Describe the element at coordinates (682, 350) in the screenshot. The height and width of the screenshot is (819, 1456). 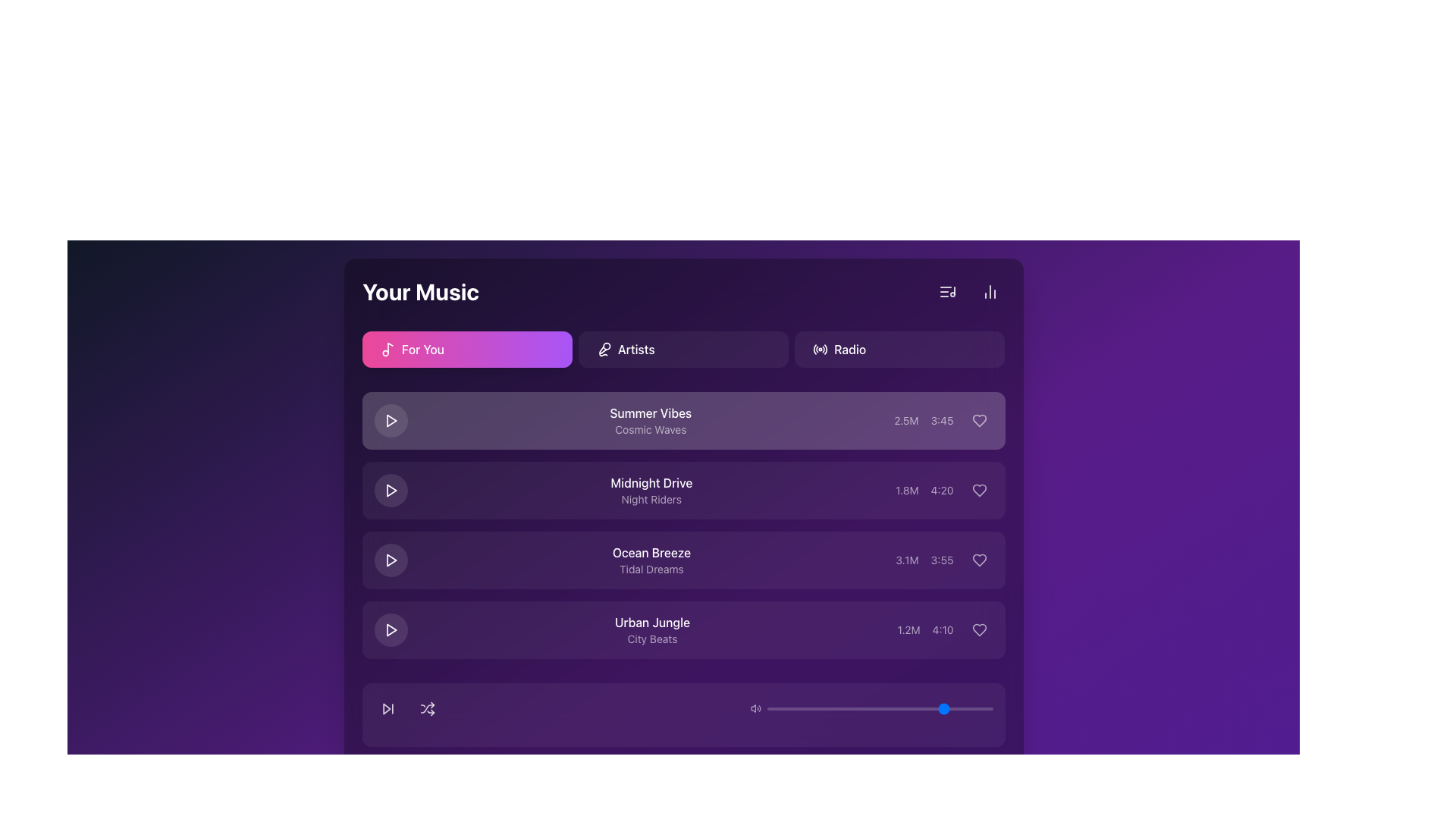
I see `the 'Artists' button, which has a gradient background and is positioned under the 'Your Music' header` at that location.